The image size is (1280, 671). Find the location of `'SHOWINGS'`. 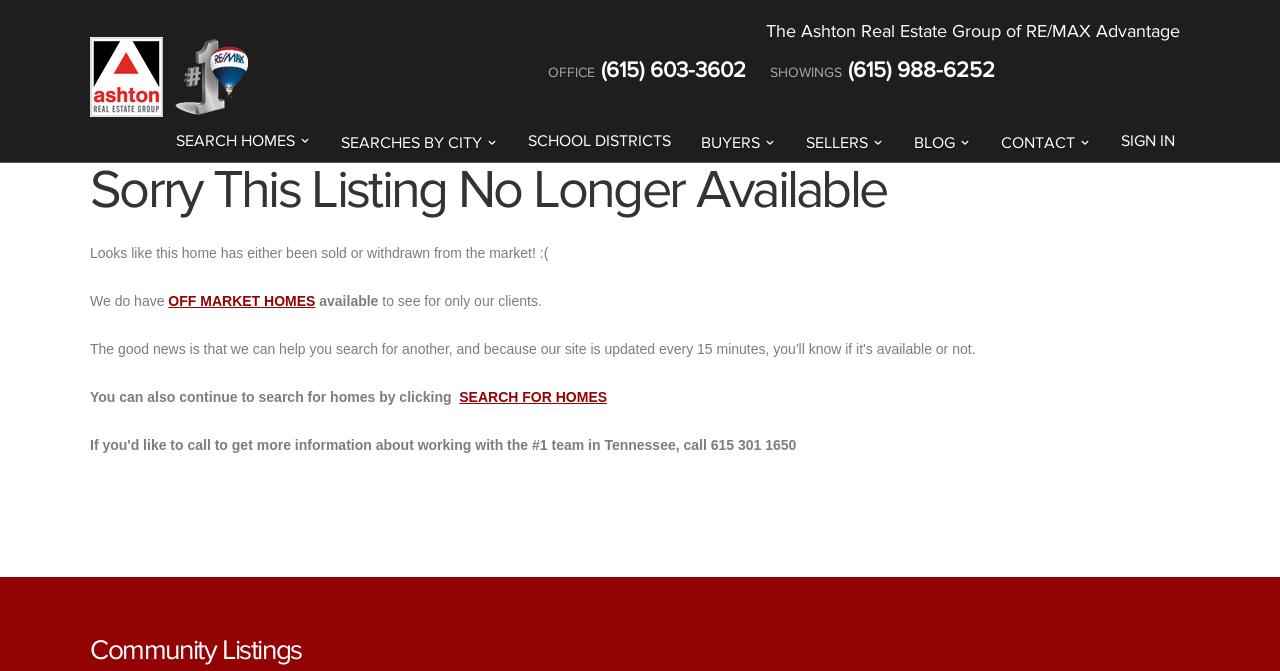

'SHOWINGS' is located at coordinates (769, 72).